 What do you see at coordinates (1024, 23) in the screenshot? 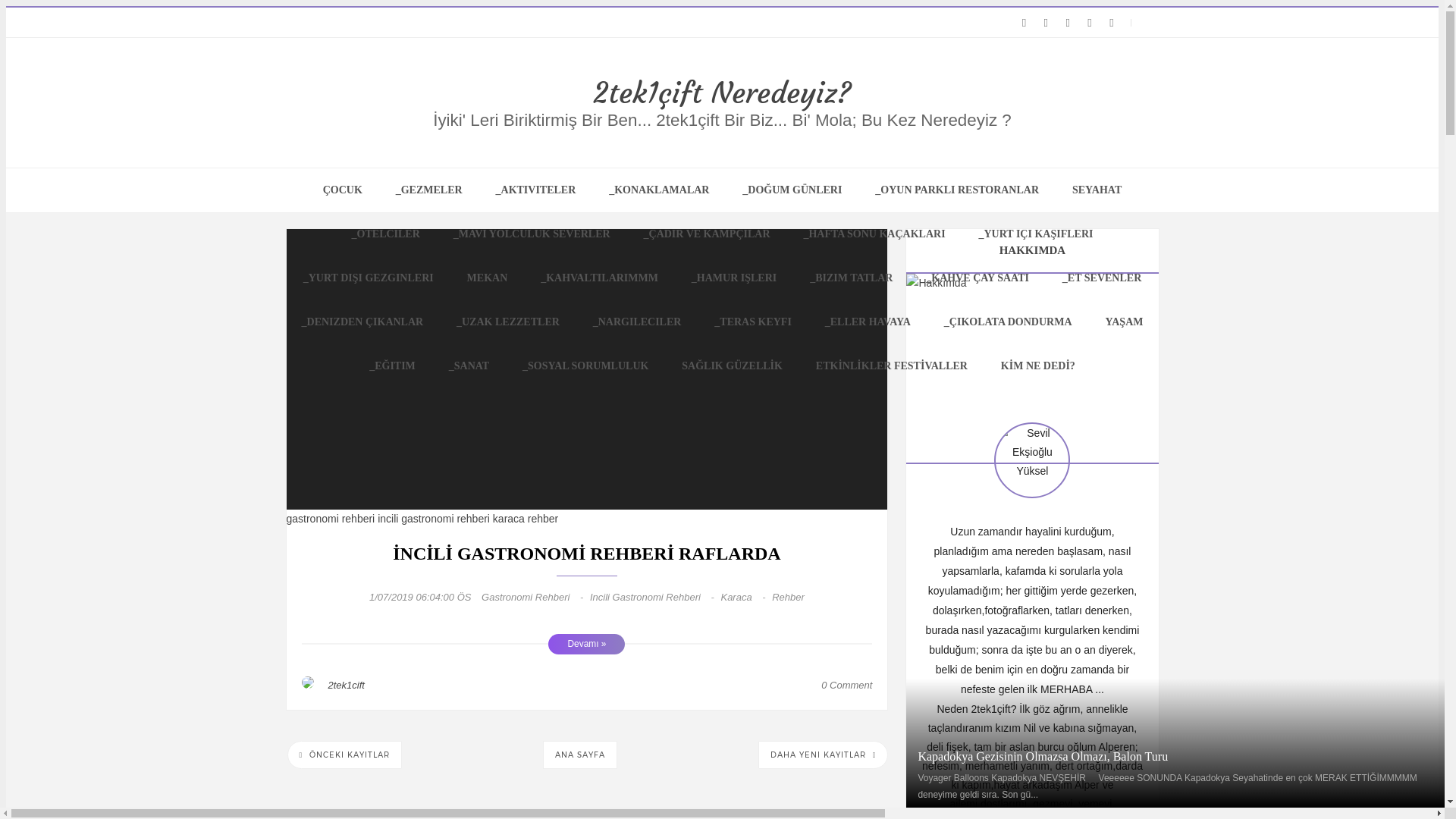
I see `'twitter'` at bounding box center [1024, 23].